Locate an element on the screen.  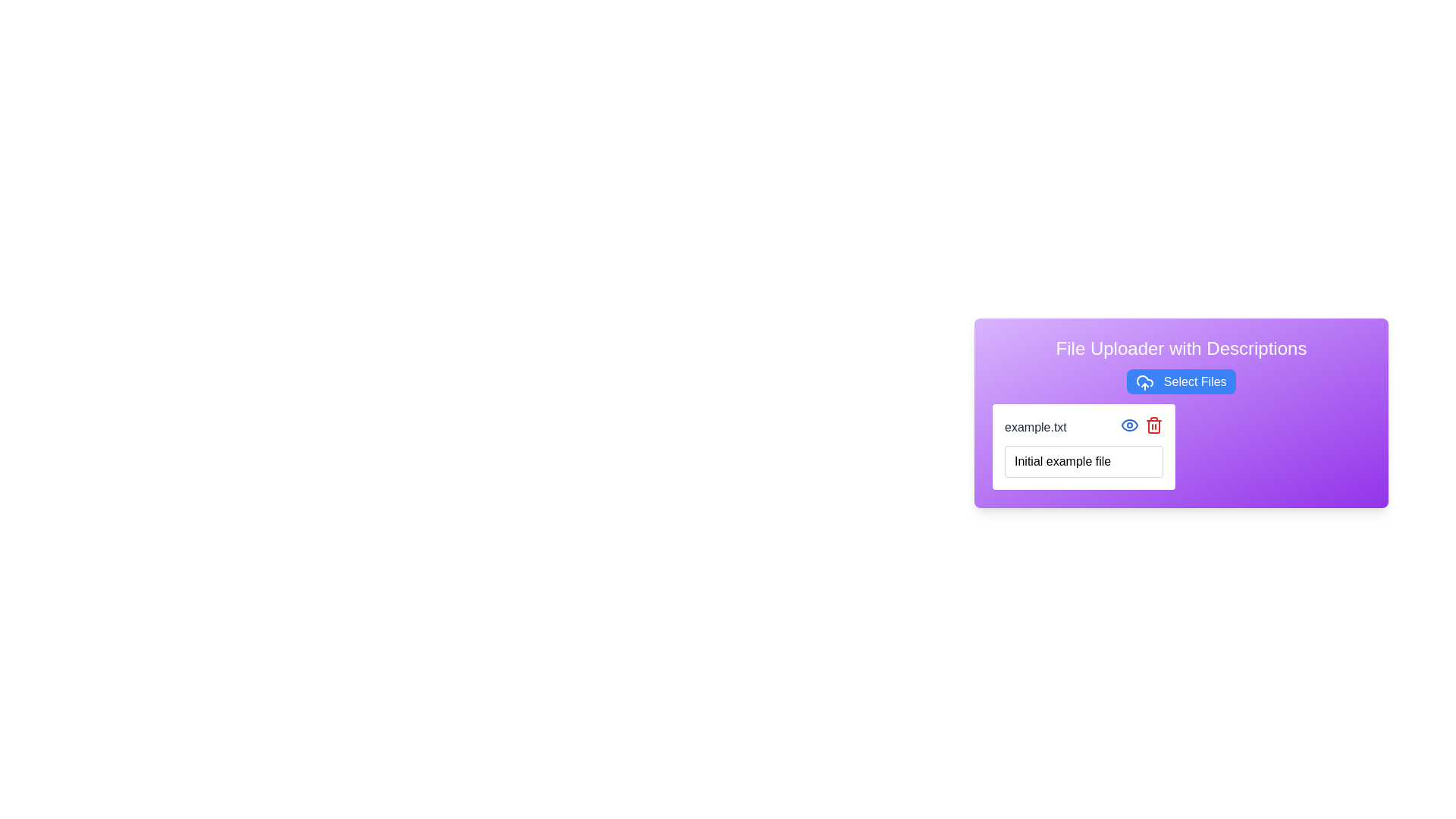
the 'Select Files' button, which is styled with a blue background and white text is located at coordinates (1181, 381).